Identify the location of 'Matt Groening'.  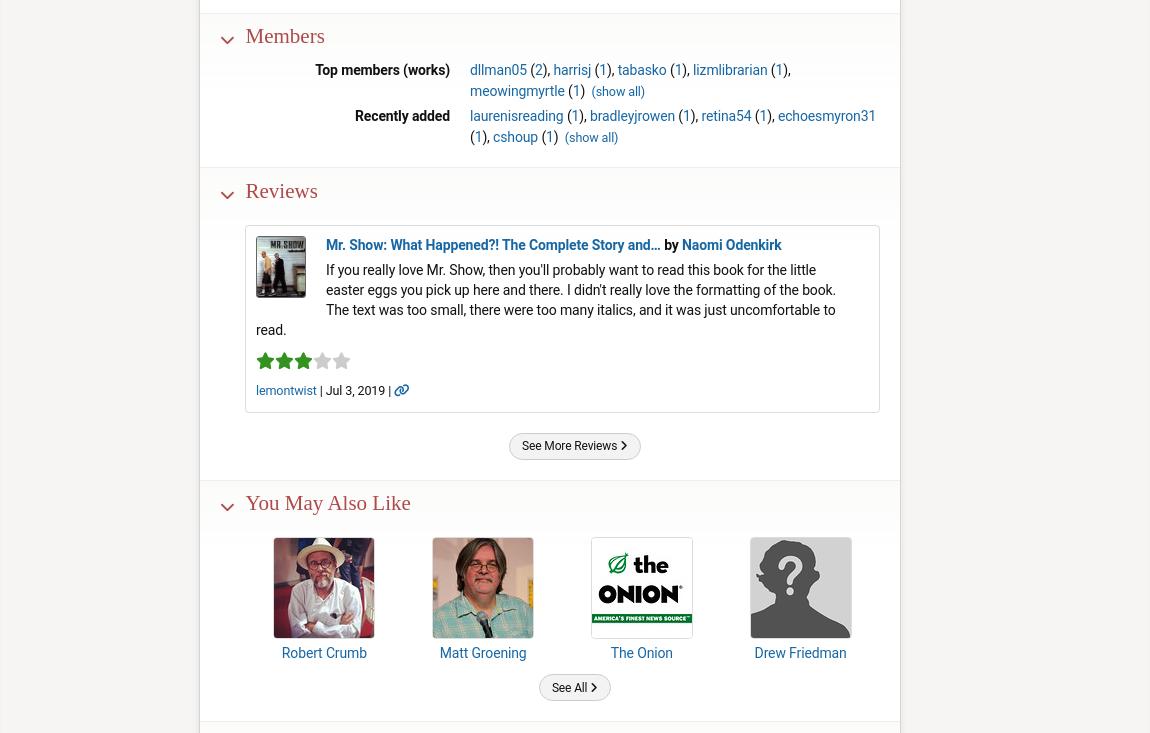
(482, 652).